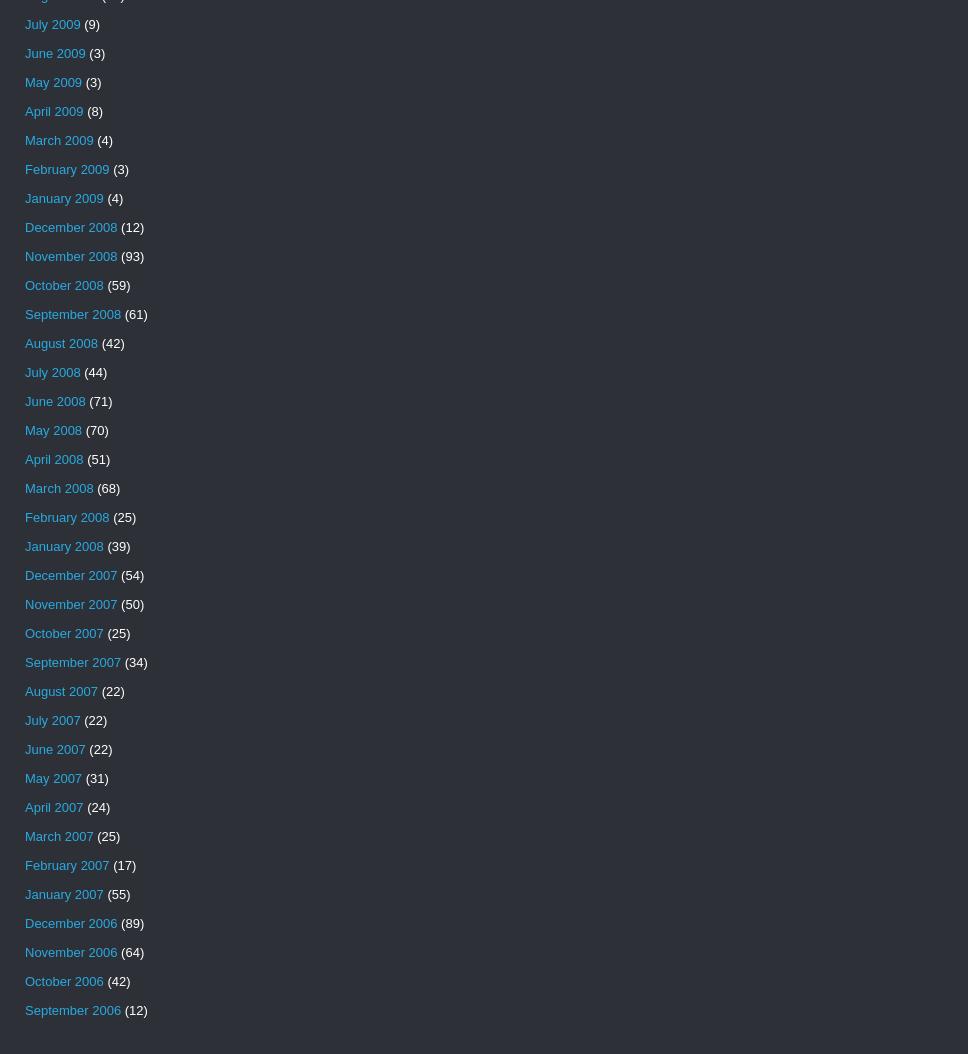 Image resolution: width=968 pixels, height=1054 pixels. I want to click on '(24)', so click(96, 806).